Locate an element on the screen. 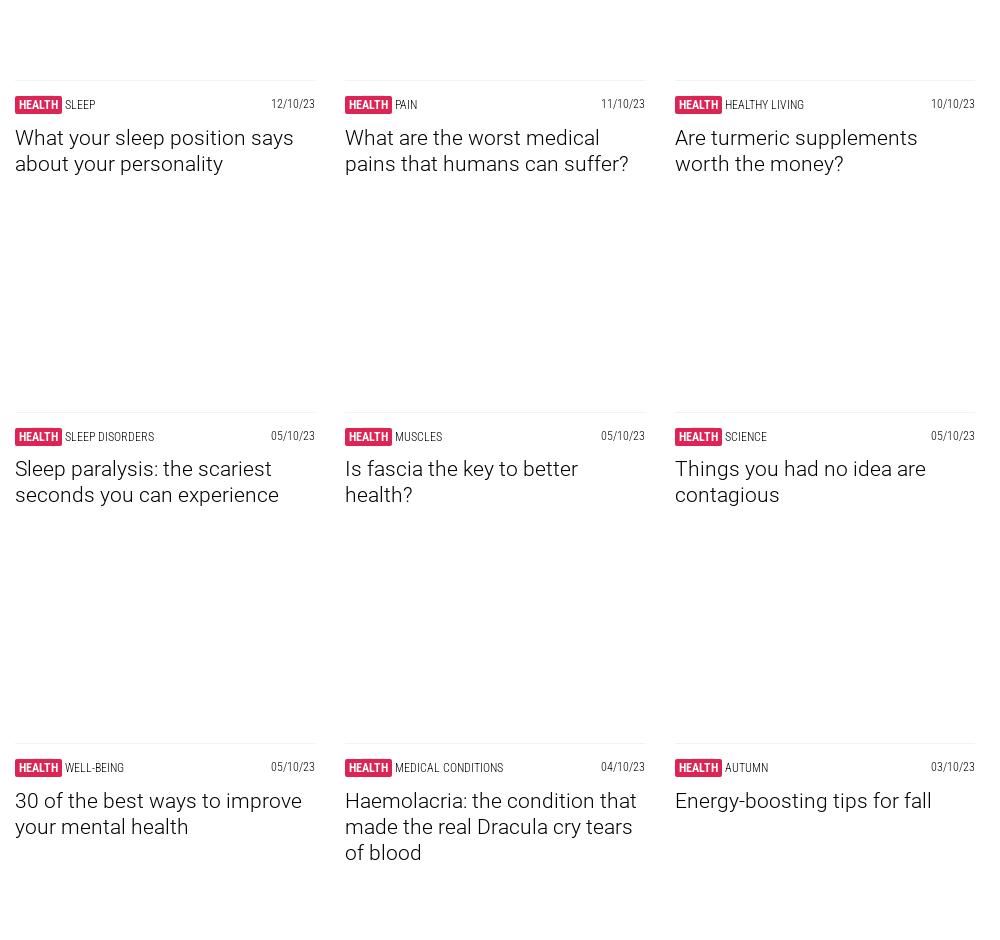  'Autumn' is located at coordinates (745, 766).